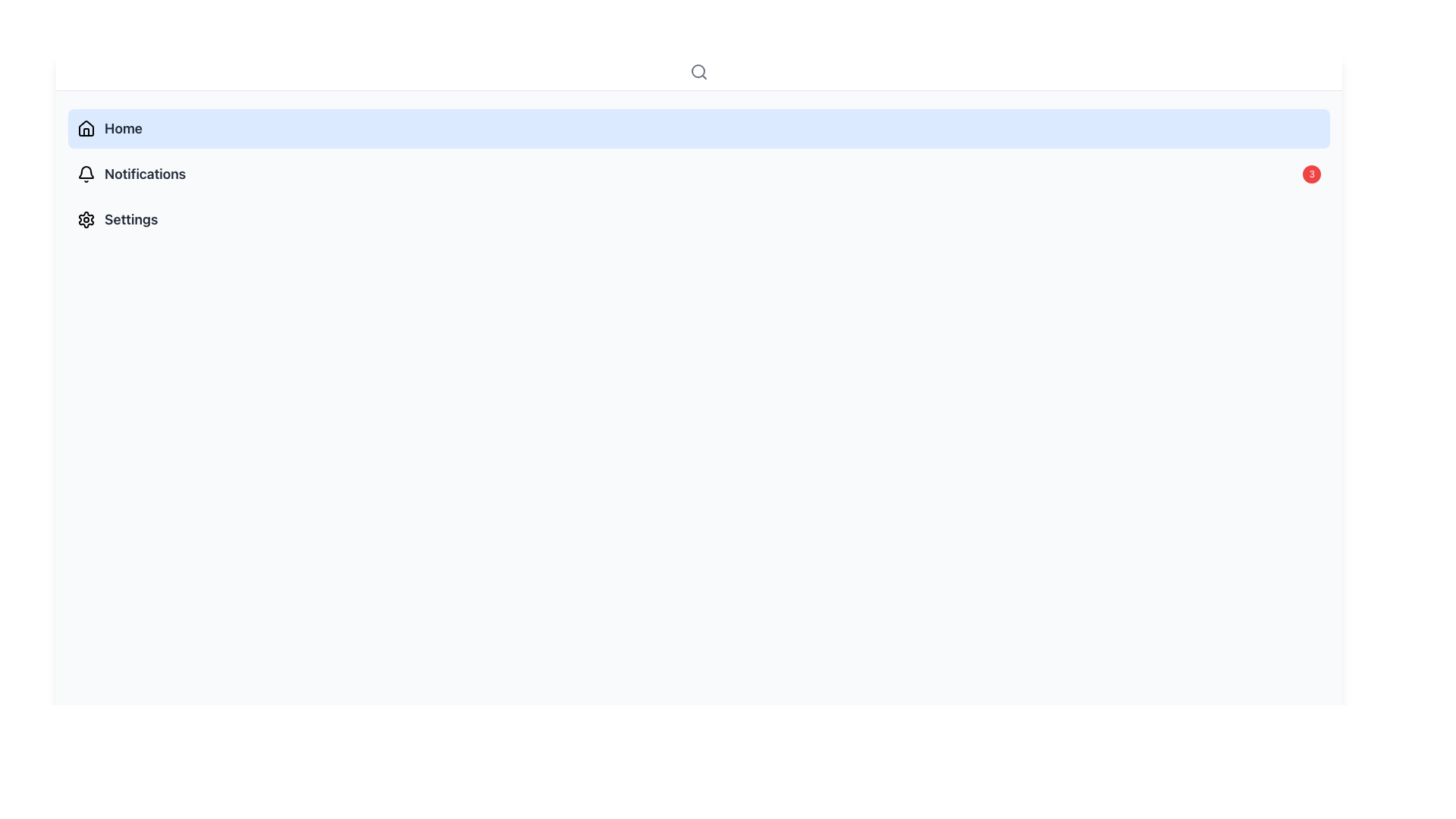 The width and height of the screenshot is (1456, 819). I want to click on the 'Settings' list menu item, which is represented by a cogwheel icon and the text 'Settings', the third item in the vertical list of the side menu, so click(117, 219).